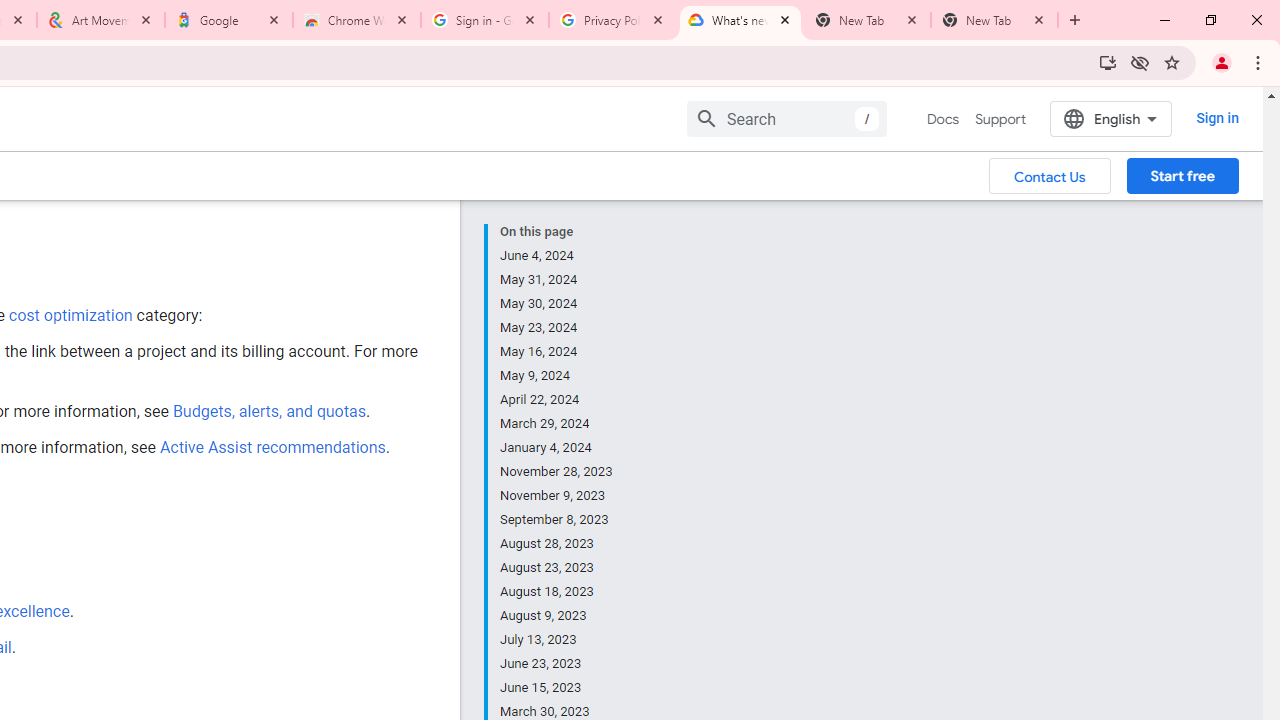 This screenshot has width=1280, height=720. I want to click on 'March 29, 2024', so click(557, 423).